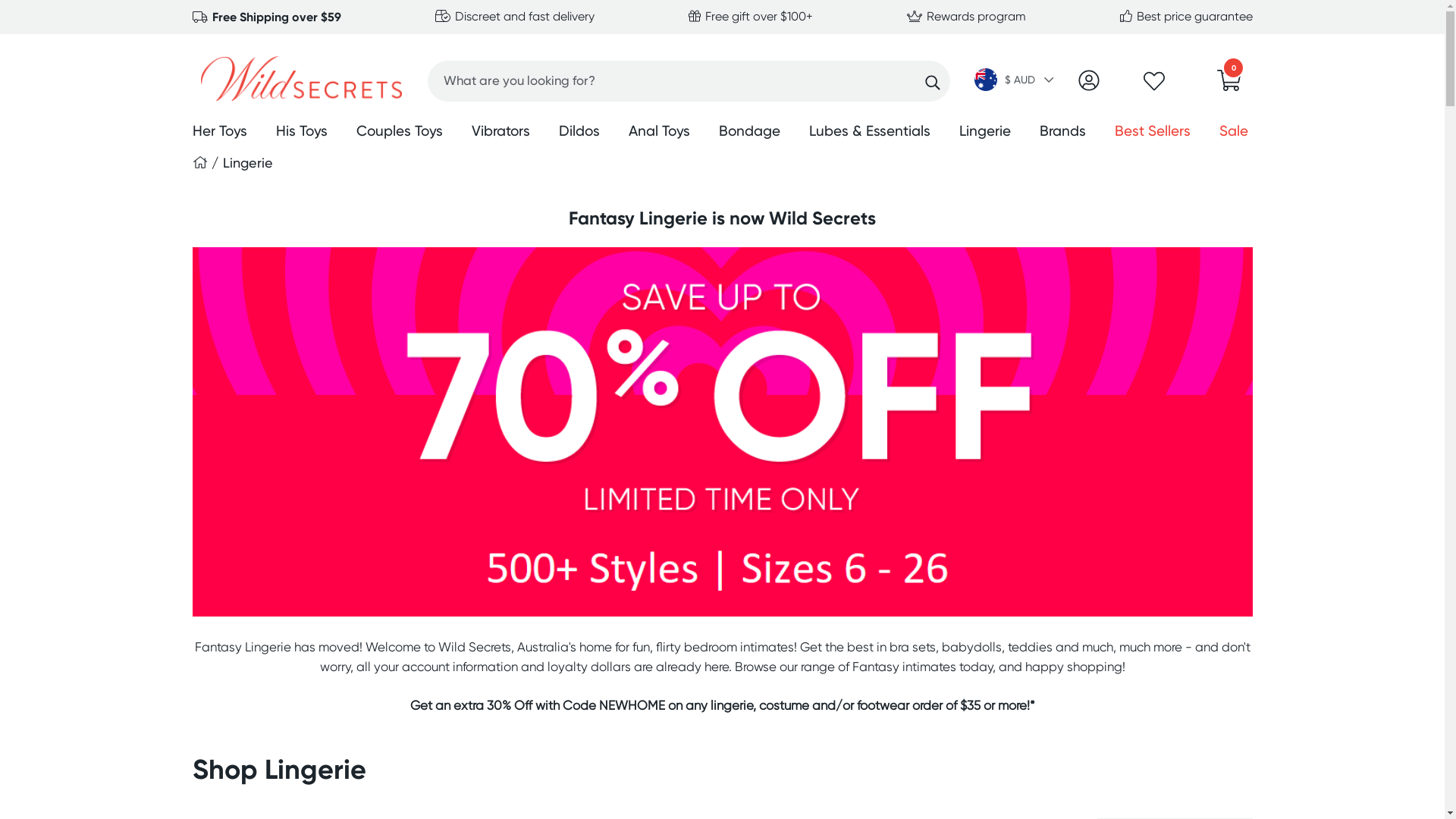  I want to click on 'Best Sellers', so click(1153, 131).